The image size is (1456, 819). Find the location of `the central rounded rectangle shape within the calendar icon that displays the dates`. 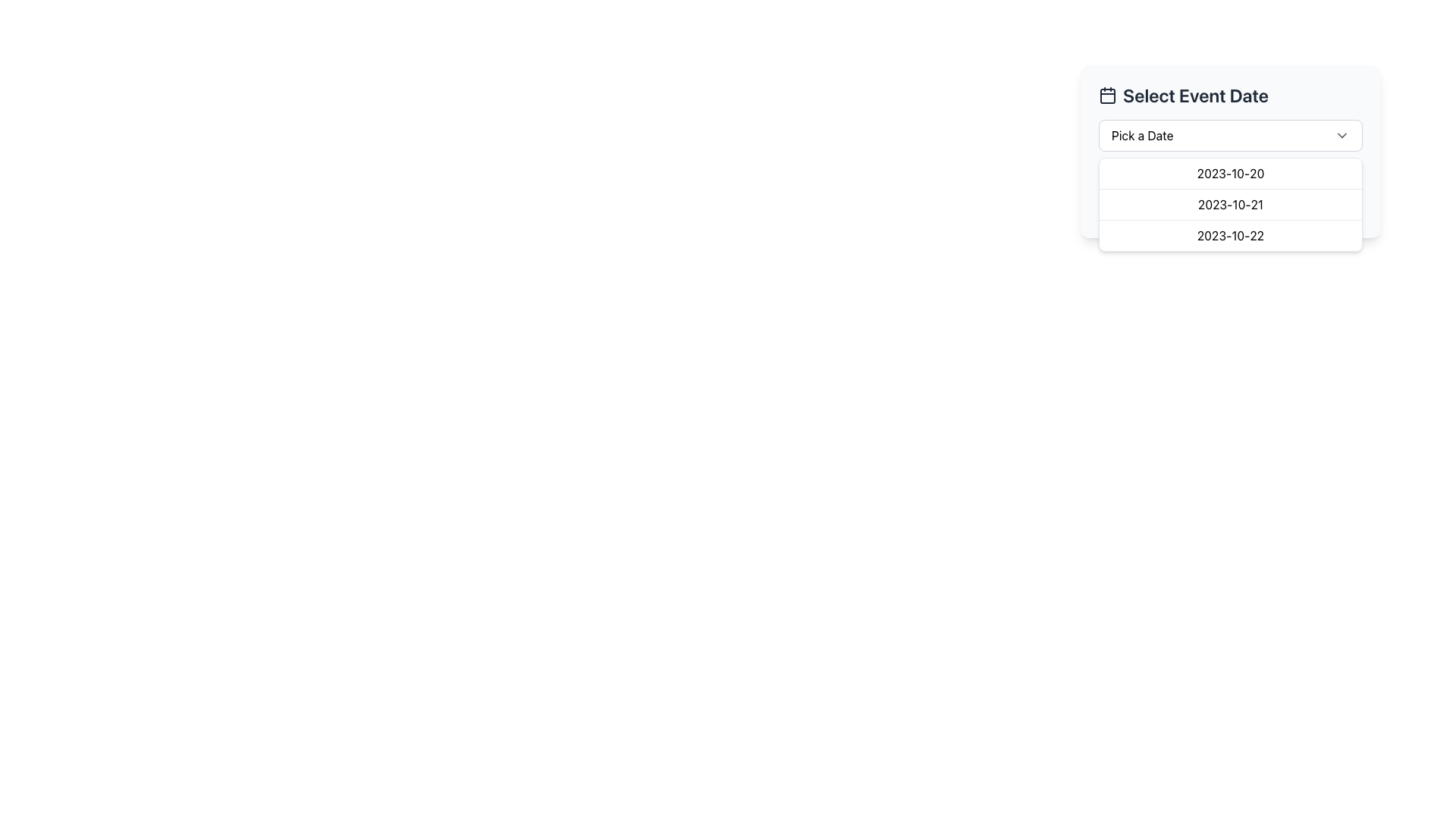

the central rounded rectangle shape within the calendar icon that displays the dates is located at coordinates (1107, 96).